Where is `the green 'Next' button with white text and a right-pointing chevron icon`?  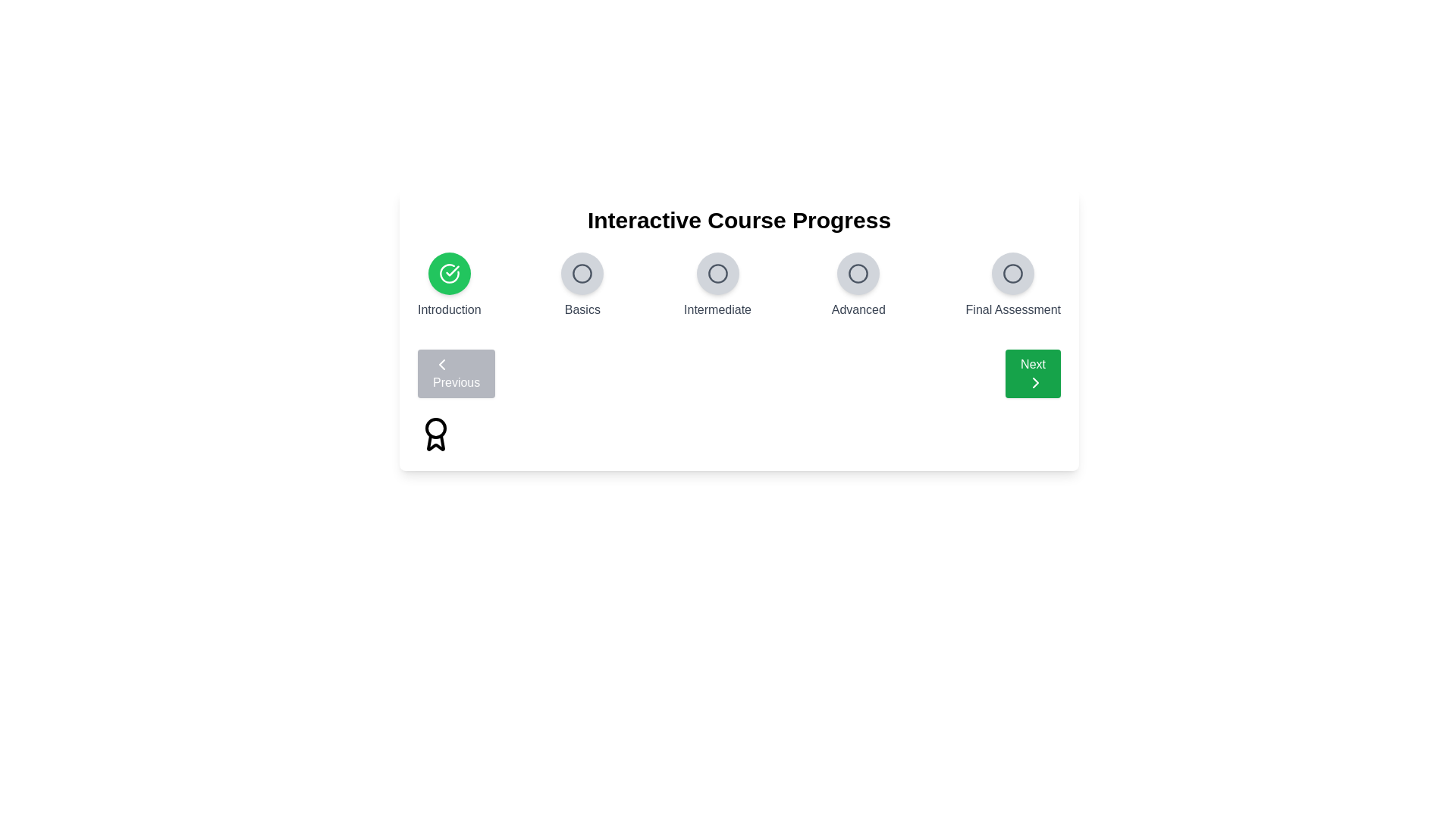 the green 'Next' button with white text and a right-pointing chevron icon is located at coordinates (1032, 374).